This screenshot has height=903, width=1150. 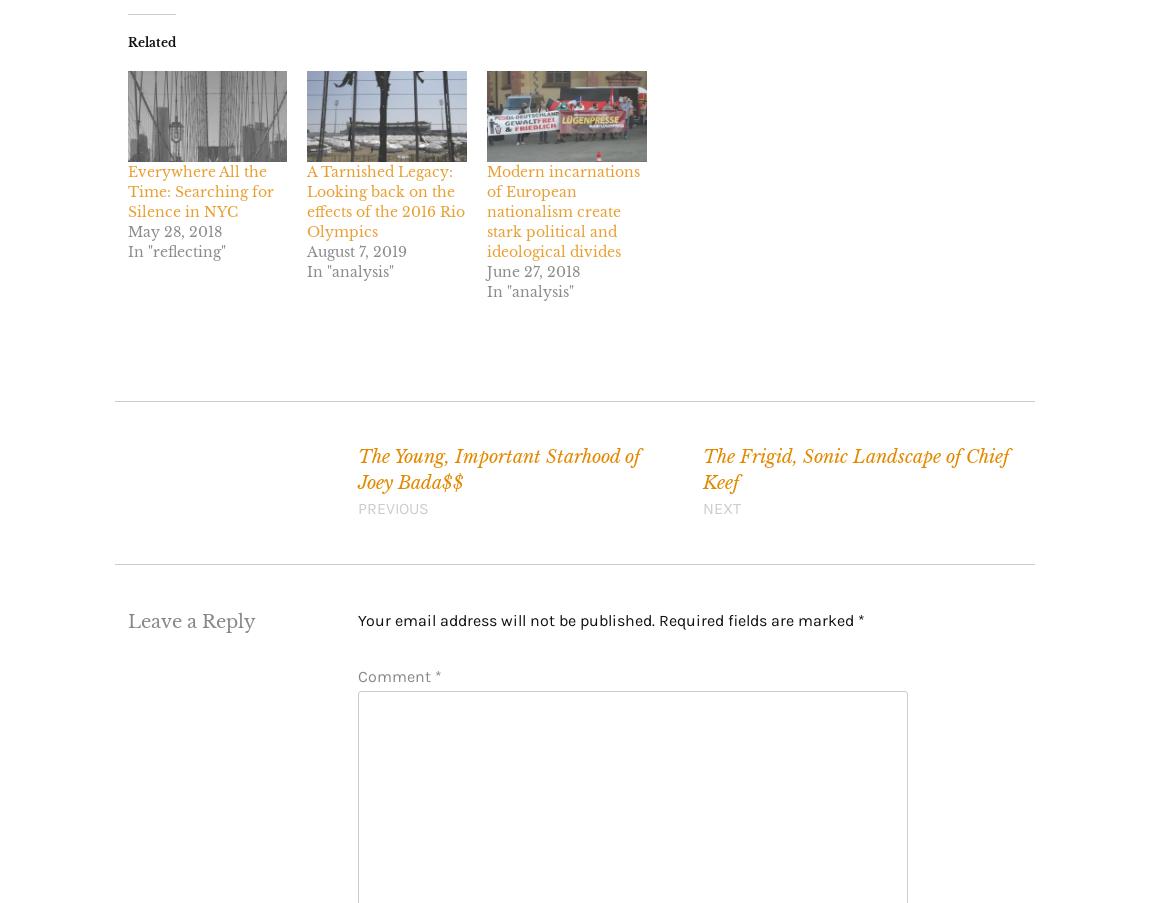 I want to click on 'Leave a Reply', so click(x=190, y=620).